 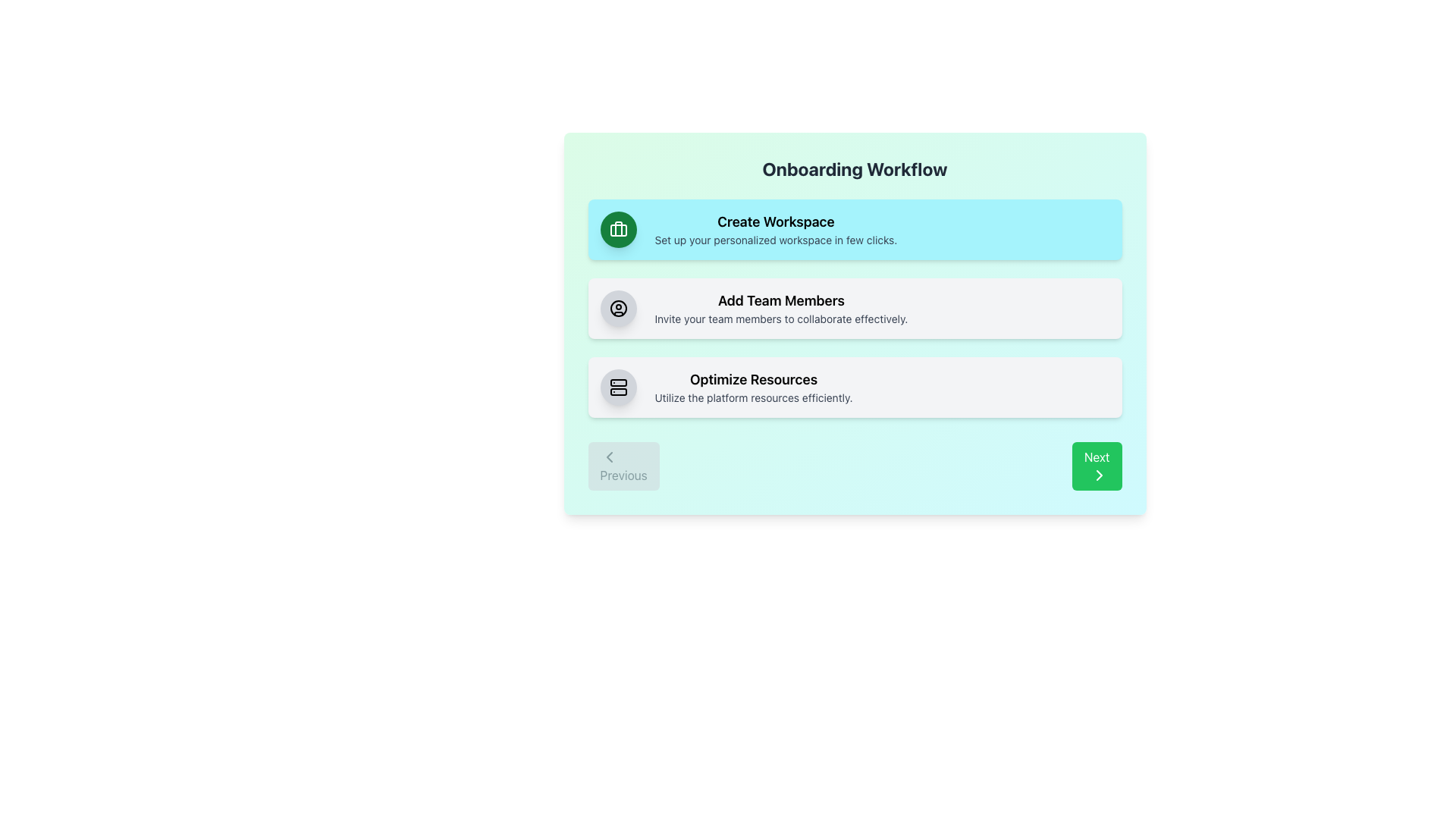 What do you see at coordinates (618, 230) in the screenshot?
I see `the circular button with a dark-green background and a white briefcase icon, located within the 'Create Workspace' section` at bounding box center [618, 230].